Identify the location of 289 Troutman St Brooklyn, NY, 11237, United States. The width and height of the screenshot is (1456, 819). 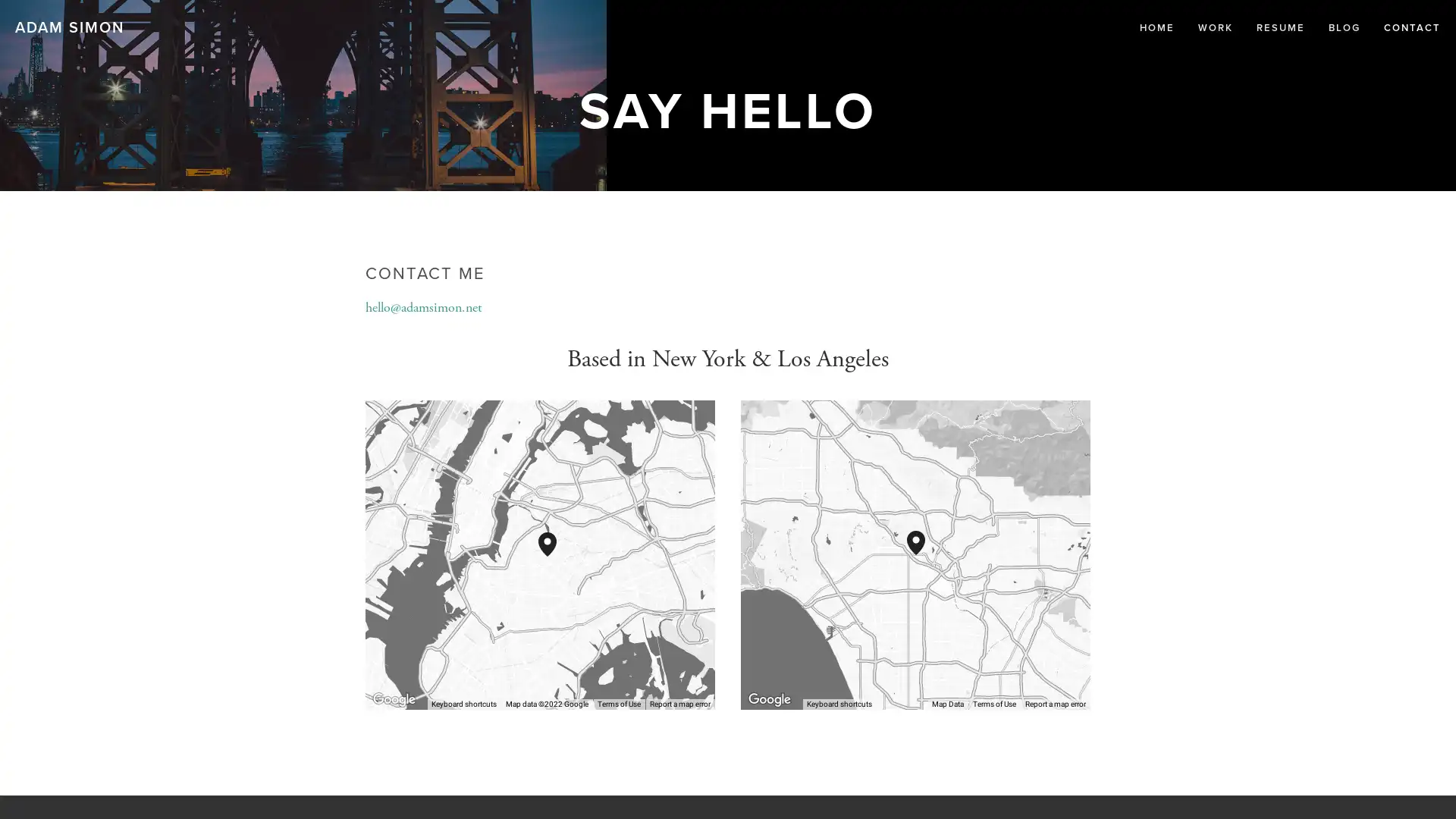
(555, 555).